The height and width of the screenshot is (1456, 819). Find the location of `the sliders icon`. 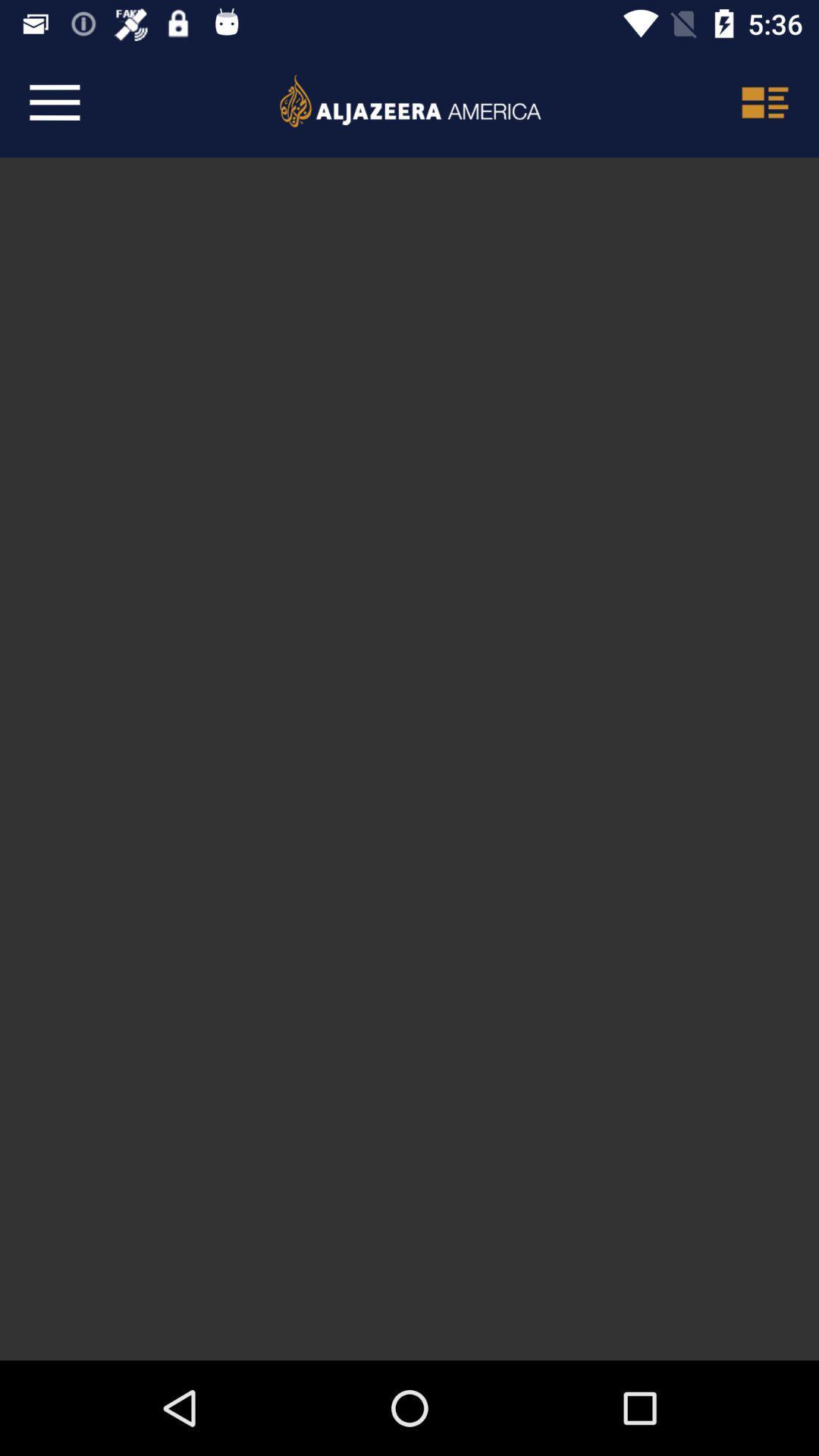

the sliders icon is located at coordinates (764, 102).